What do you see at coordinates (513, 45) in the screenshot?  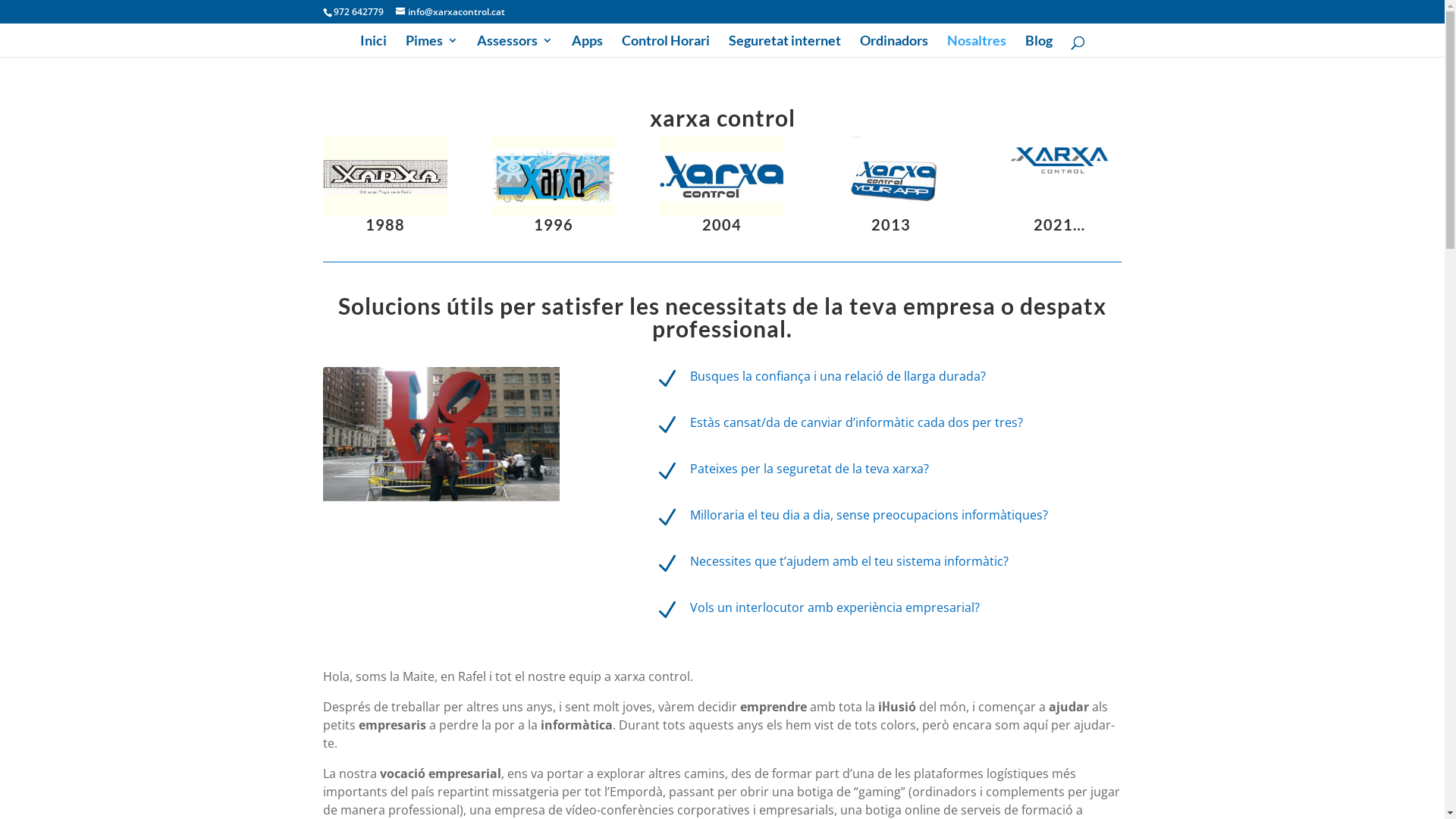 I see `'Assessors'` at bounding box center [513, 45].